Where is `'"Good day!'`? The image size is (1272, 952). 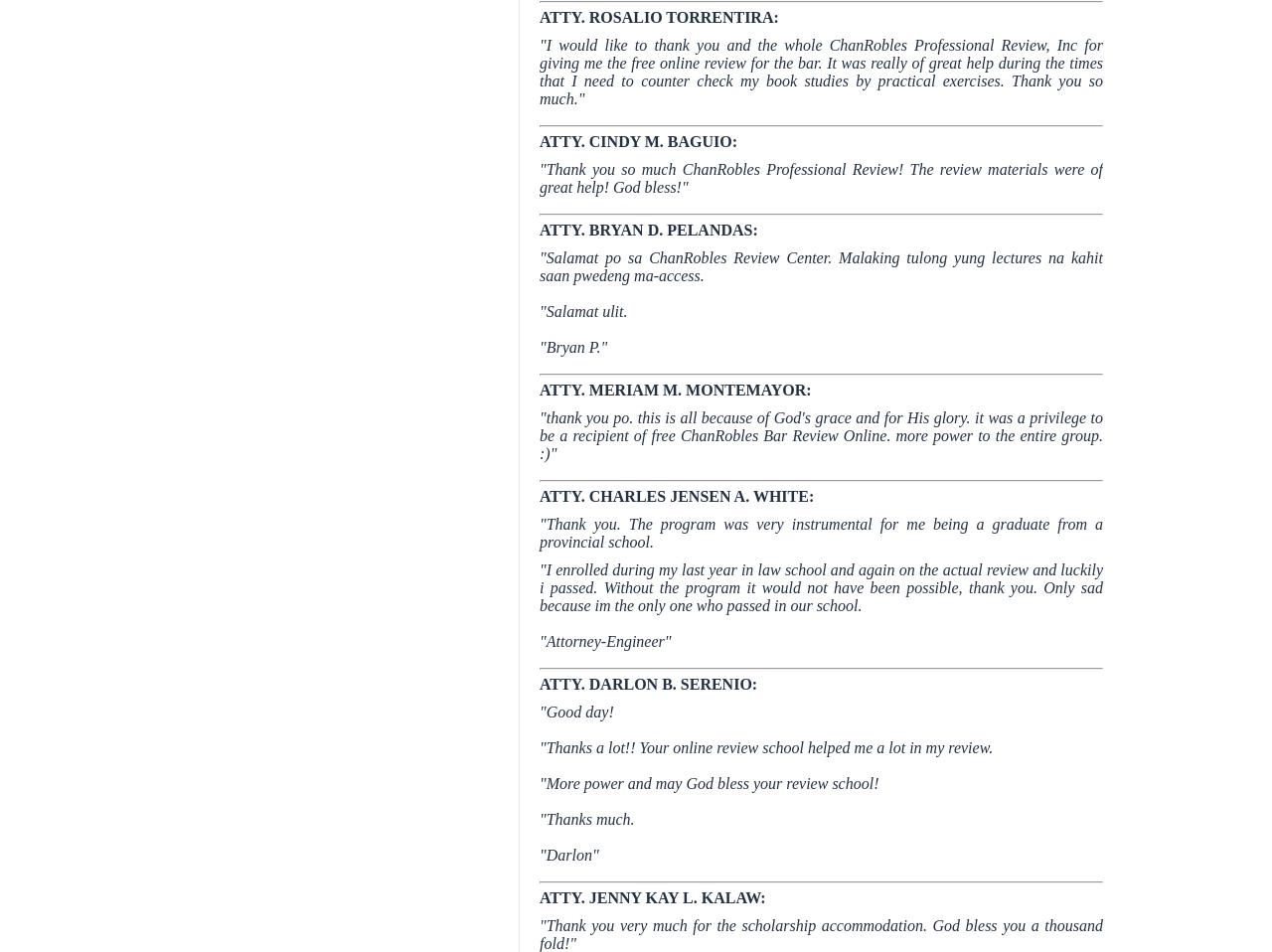
'"Good day!' is located at coordinates (574, 711).